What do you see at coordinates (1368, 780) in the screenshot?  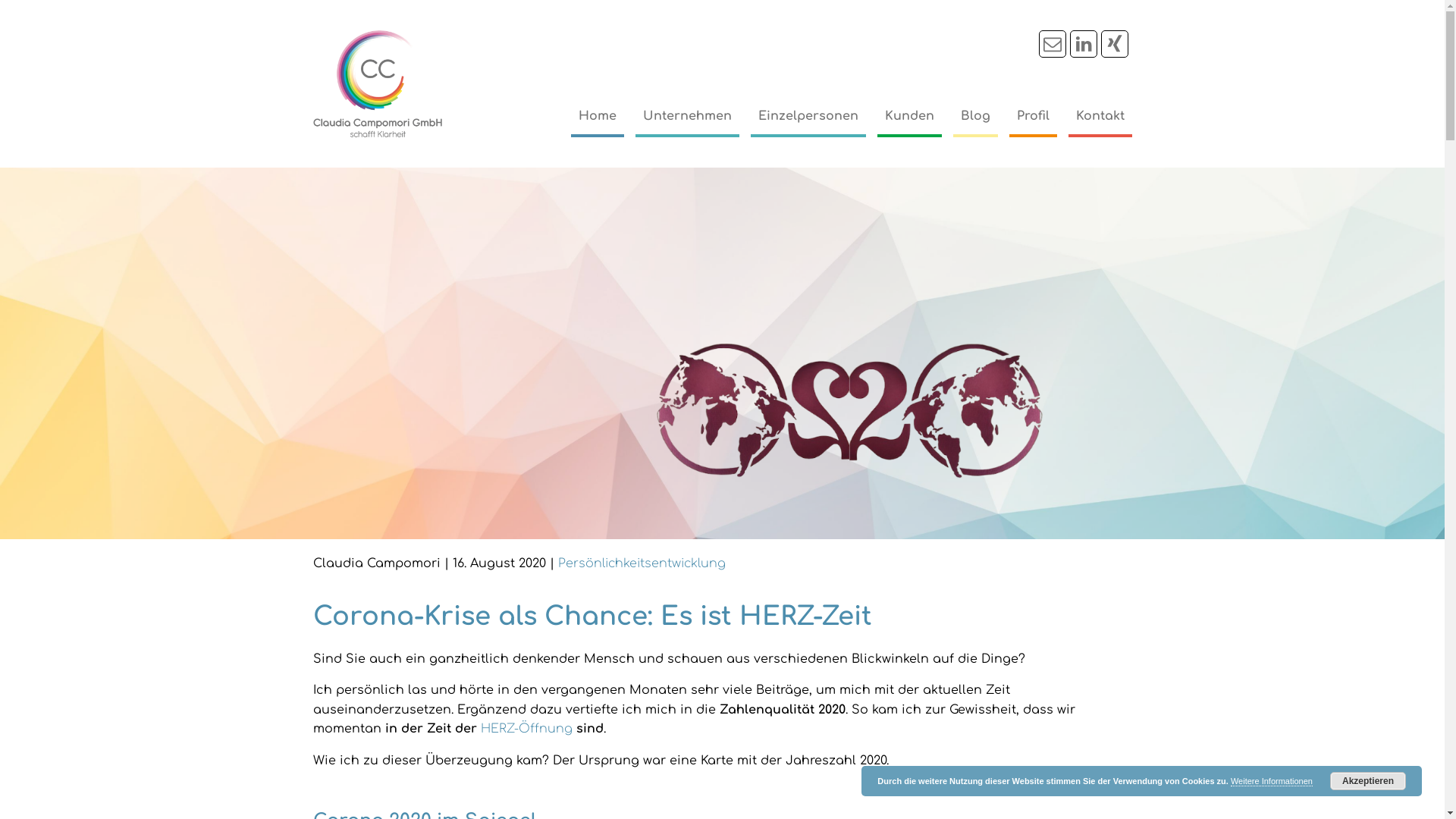 I see `'Akzeptieren'` at bounding box center [1368, 780].